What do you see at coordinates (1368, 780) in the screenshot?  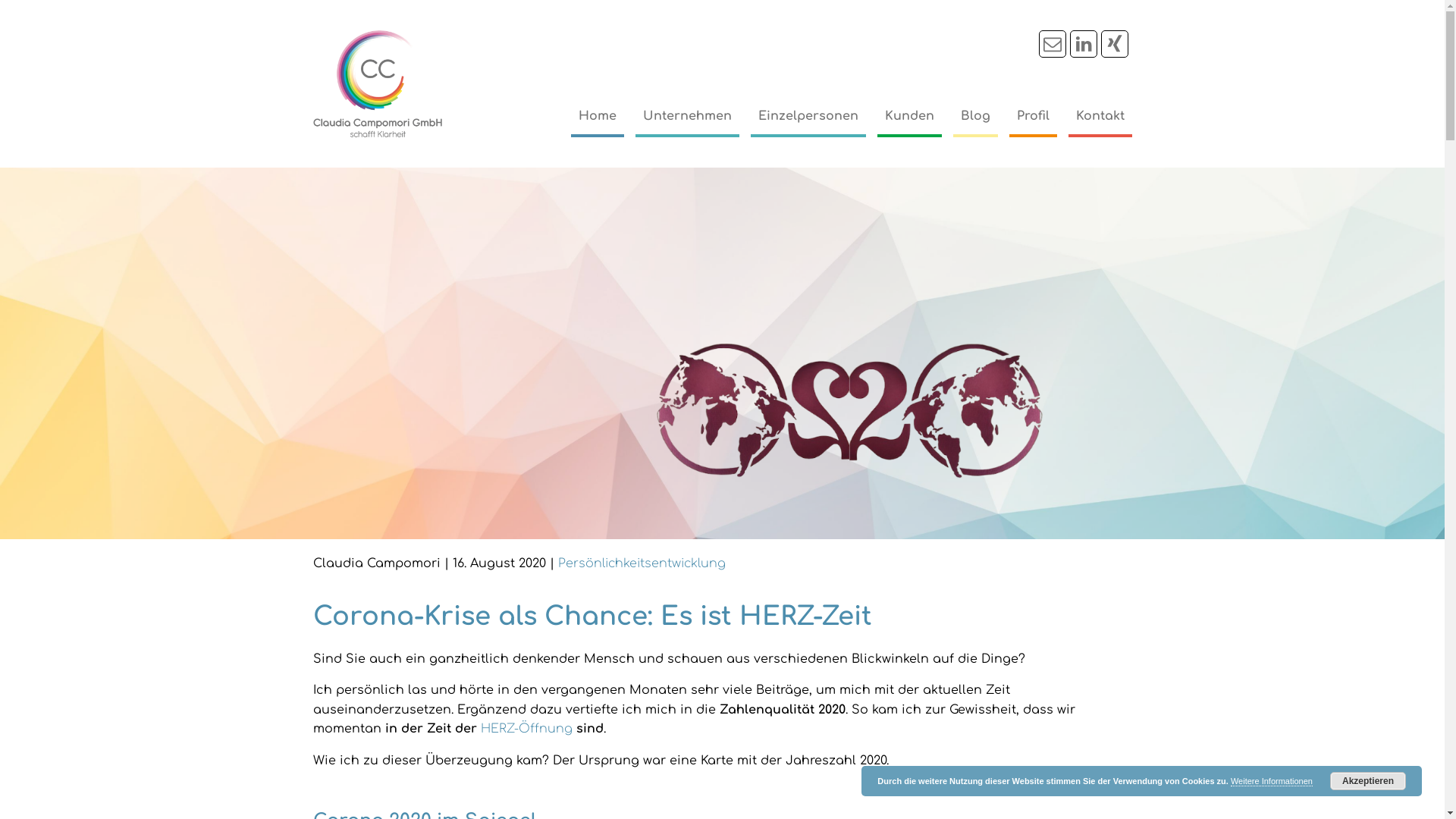 I see `'Akzeptieren'` at bounding box center [1368, 780].